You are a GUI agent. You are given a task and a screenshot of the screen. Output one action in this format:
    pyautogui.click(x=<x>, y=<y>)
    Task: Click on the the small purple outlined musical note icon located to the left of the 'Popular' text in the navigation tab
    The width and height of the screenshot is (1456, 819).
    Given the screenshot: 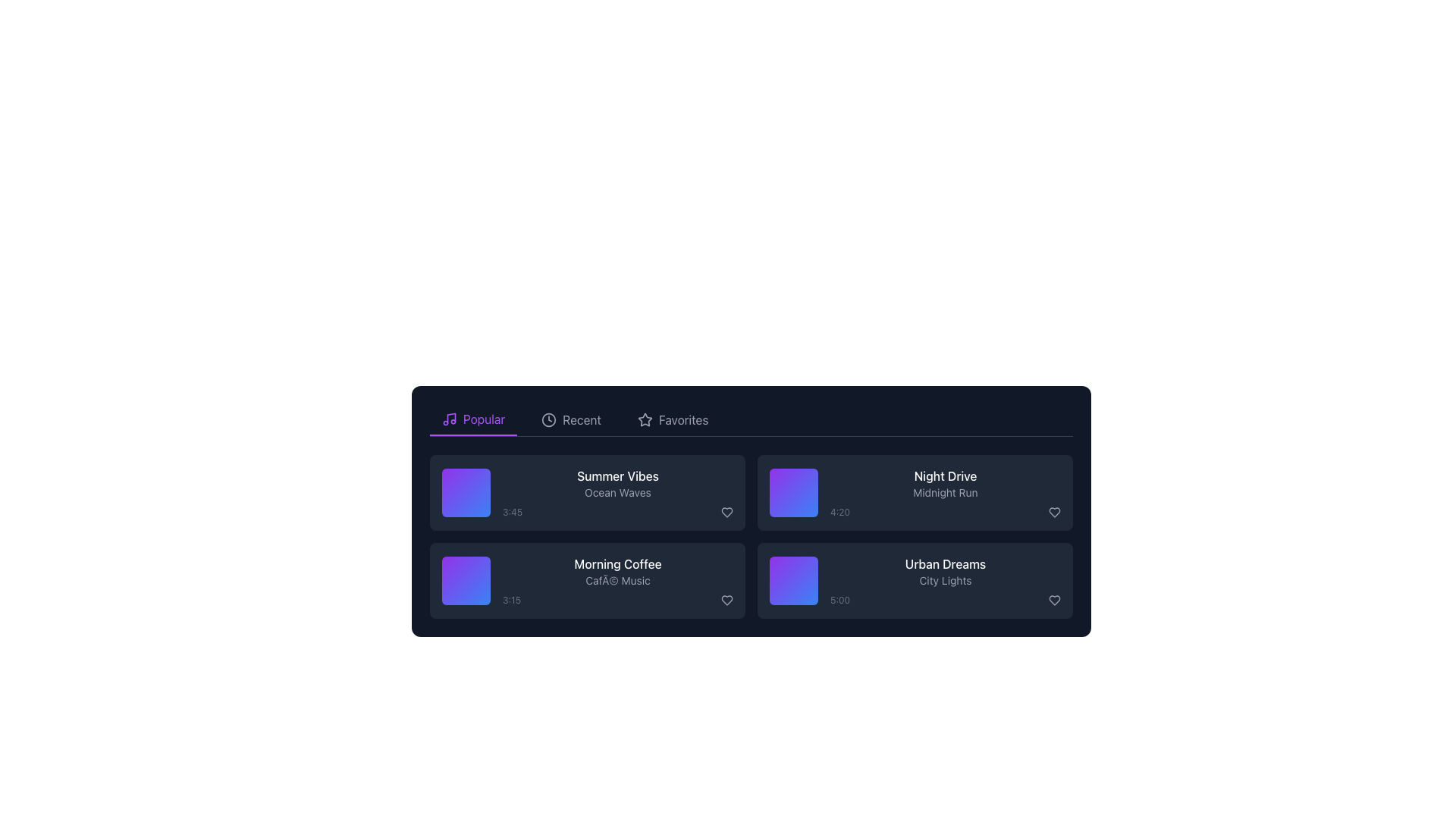 What is the action you would take?
    pyautogui.click(x=449, y=419)
    